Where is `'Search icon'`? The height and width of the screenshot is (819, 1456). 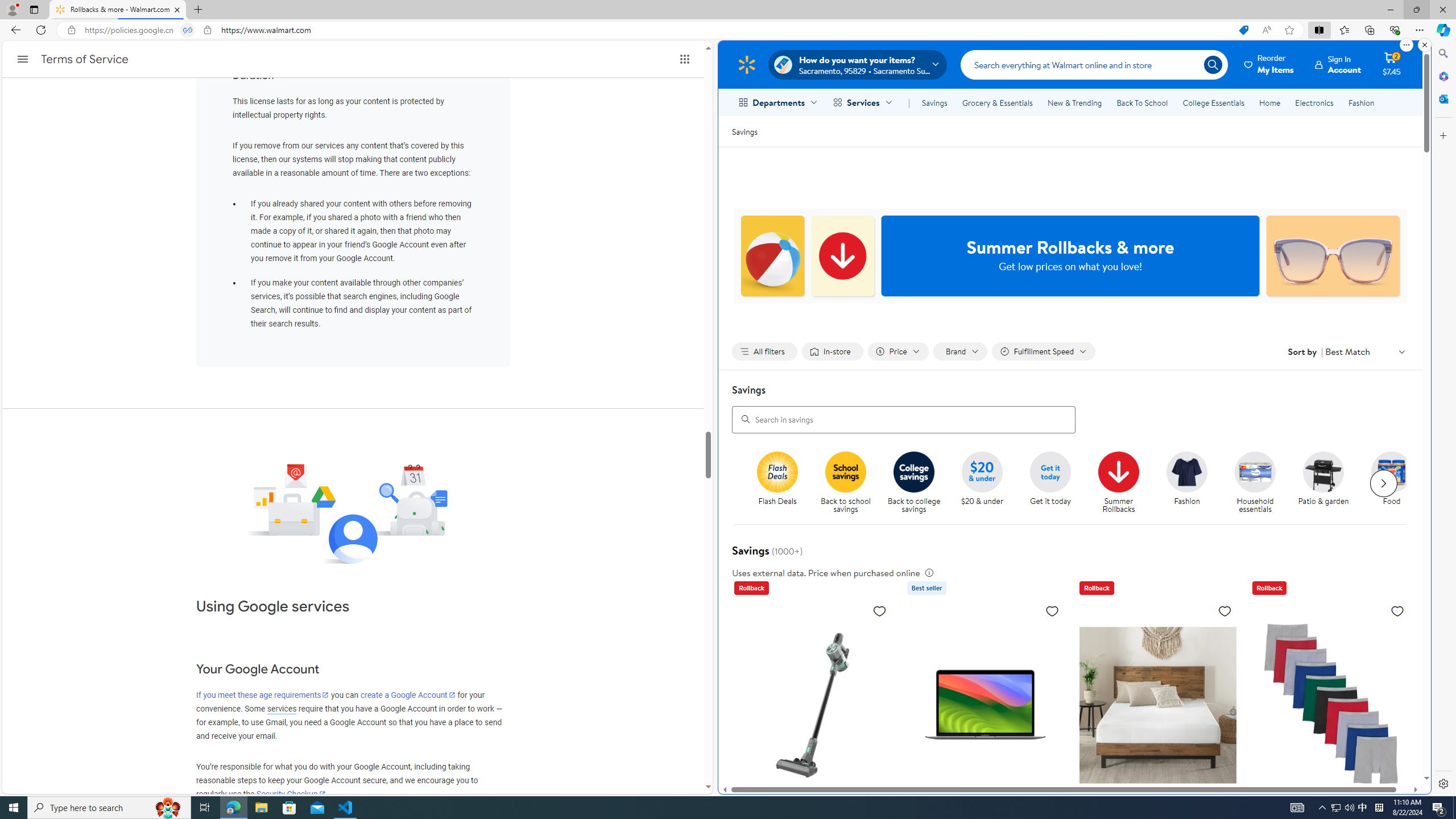 'Search icon' is located at coordinates (1212, 64).